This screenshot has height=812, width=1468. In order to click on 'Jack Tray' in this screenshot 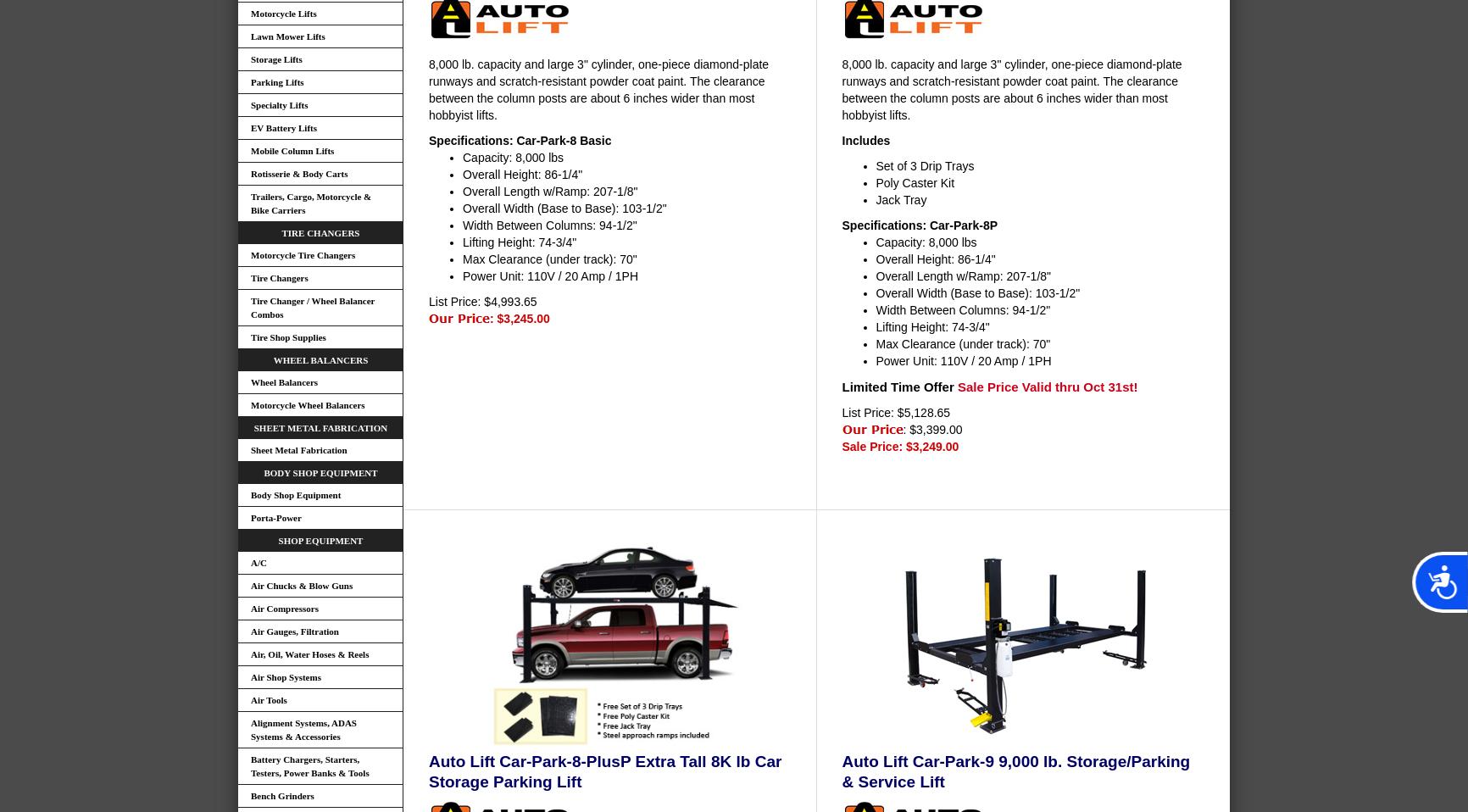, I will do `click(875, 197)`.